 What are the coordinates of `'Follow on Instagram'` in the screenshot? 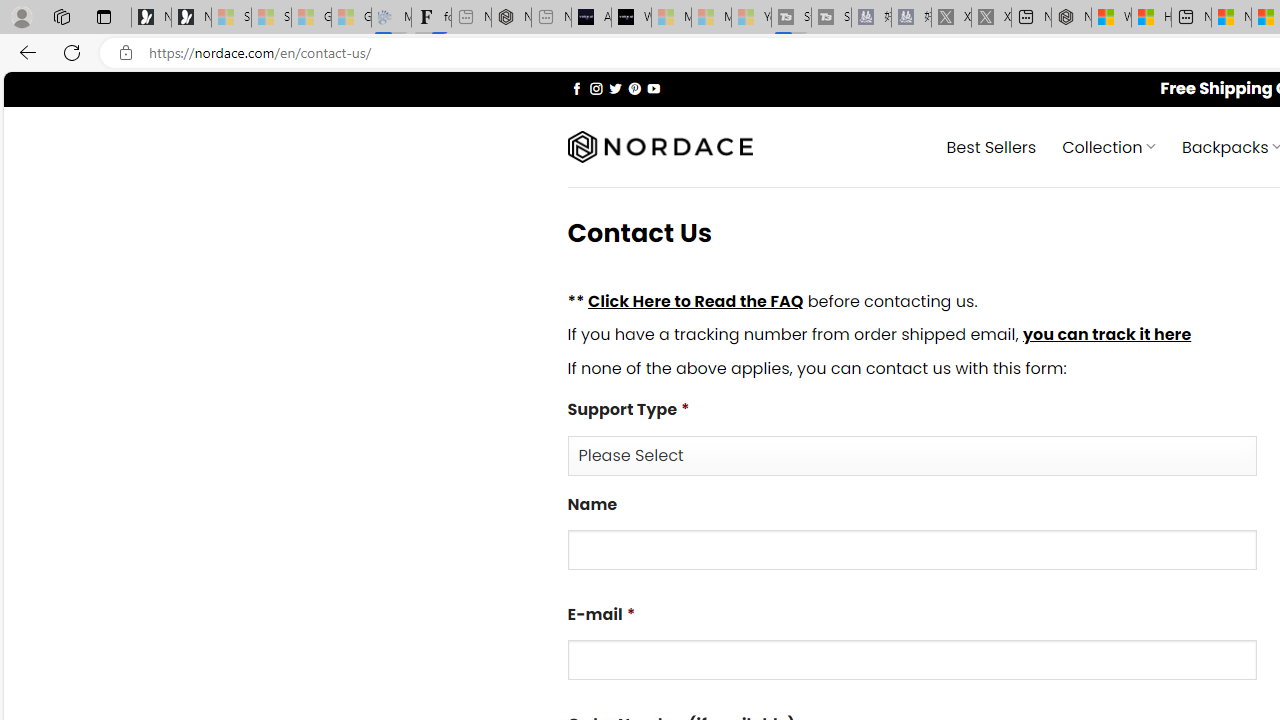 It's located at (595, 87).